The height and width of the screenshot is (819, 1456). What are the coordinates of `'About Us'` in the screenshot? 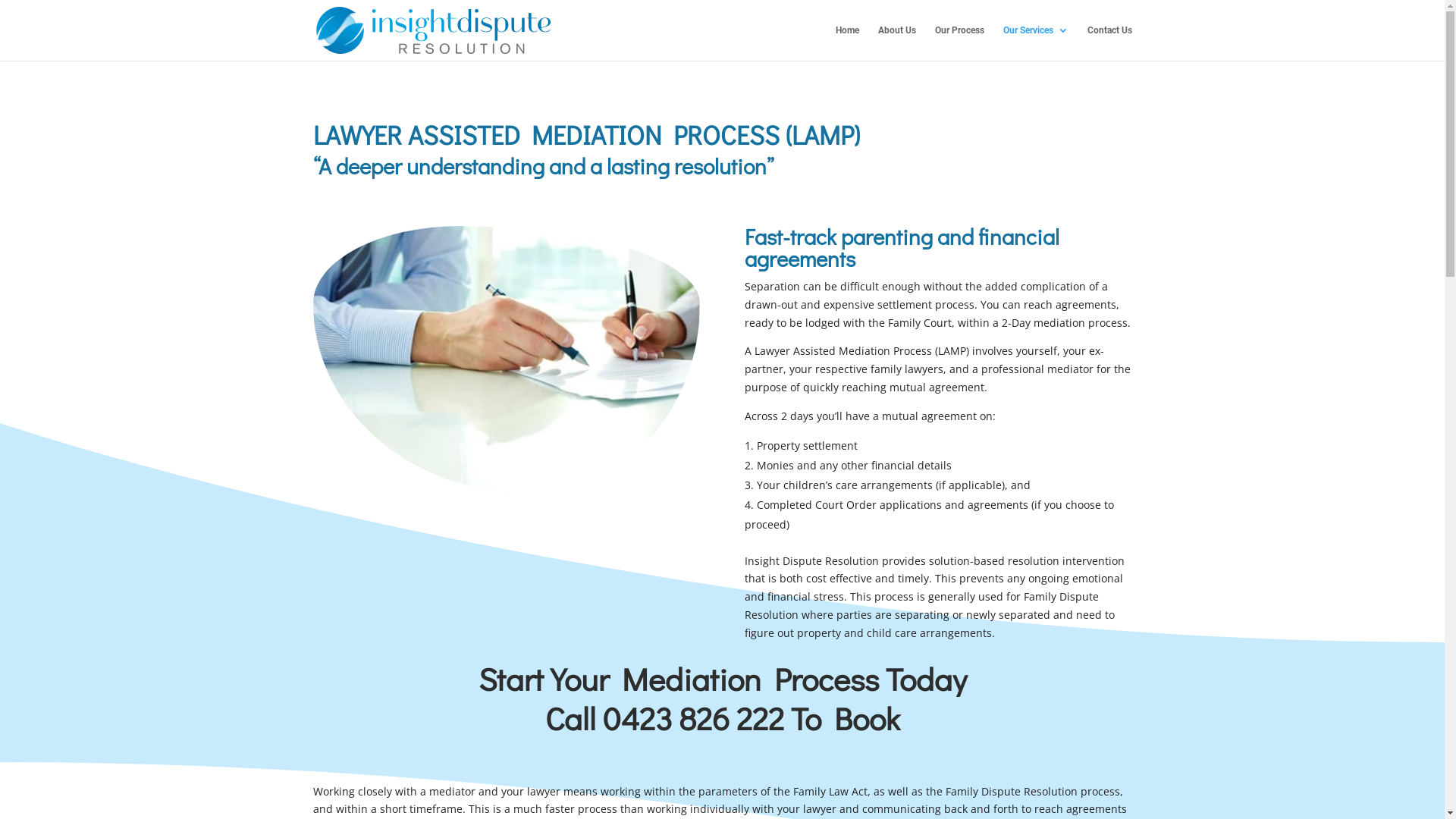 It's located at (896, 42).